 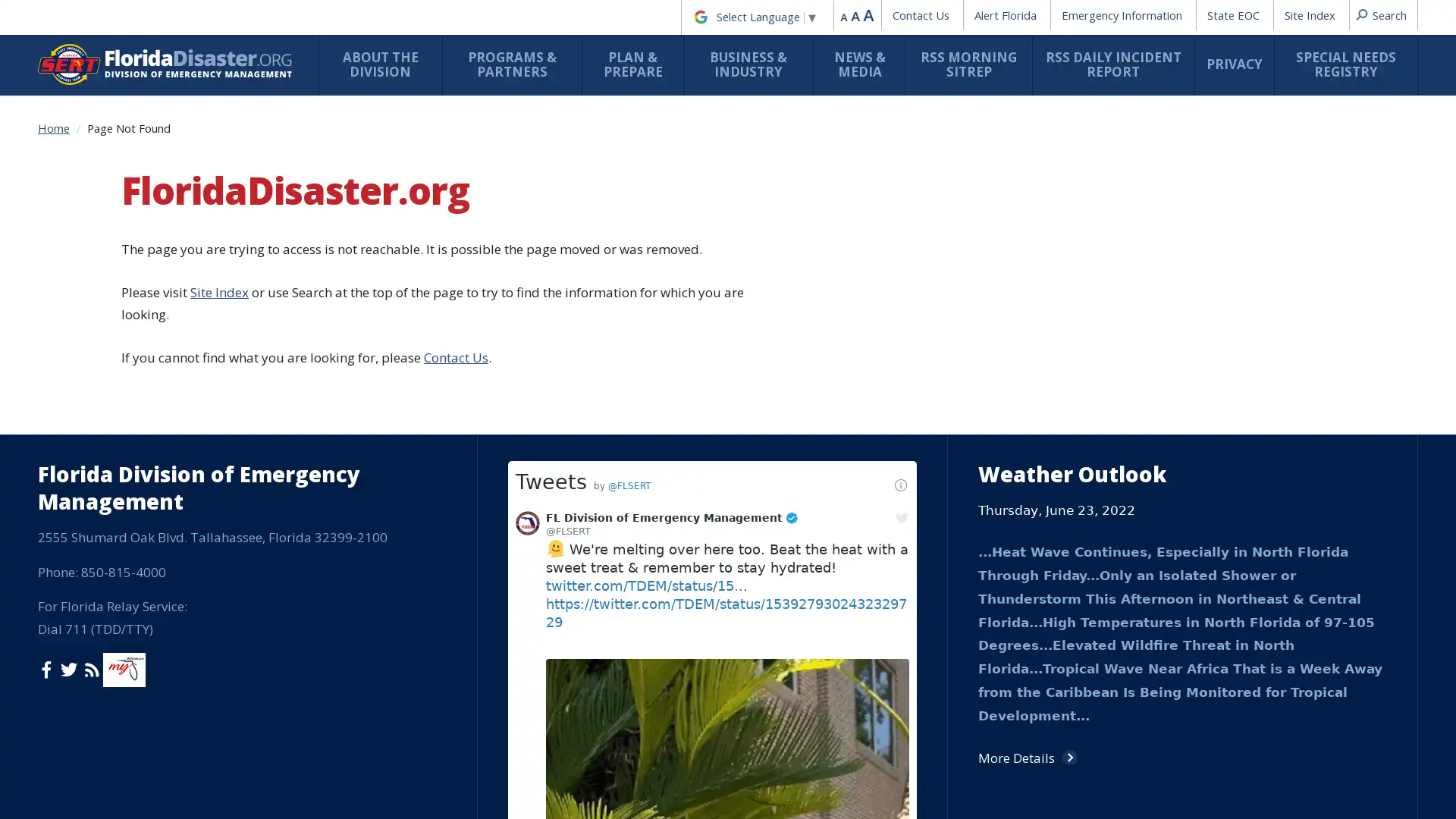 I want to click on Toggle More, so click(x=455, y=287).